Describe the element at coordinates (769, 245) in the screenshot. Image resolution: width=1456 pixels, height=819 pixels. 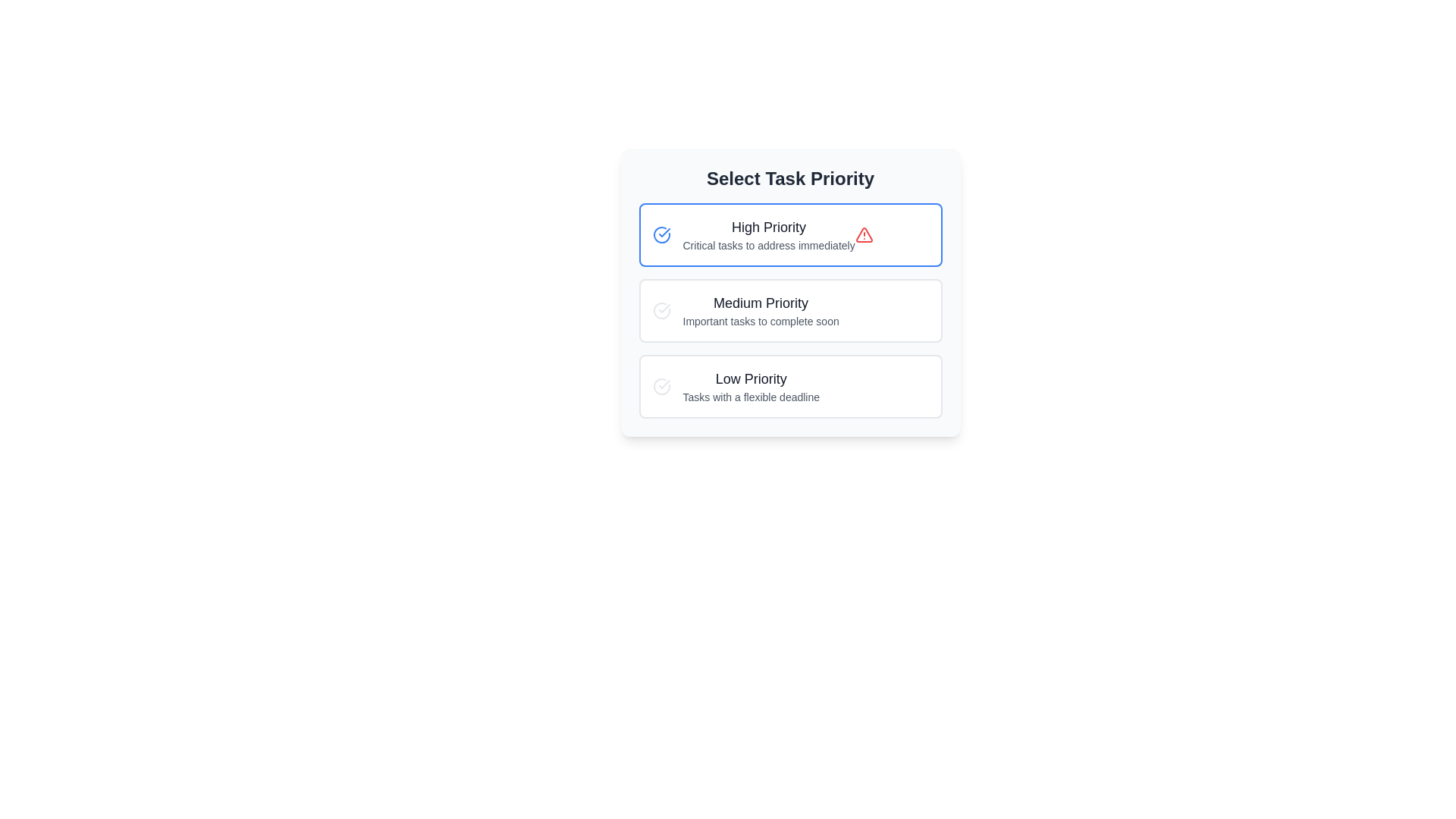
I see `the text label reading 'Critical tasks to address immediately', which is positioned below the 'High Priority' heading in the task selection interface` at that location.